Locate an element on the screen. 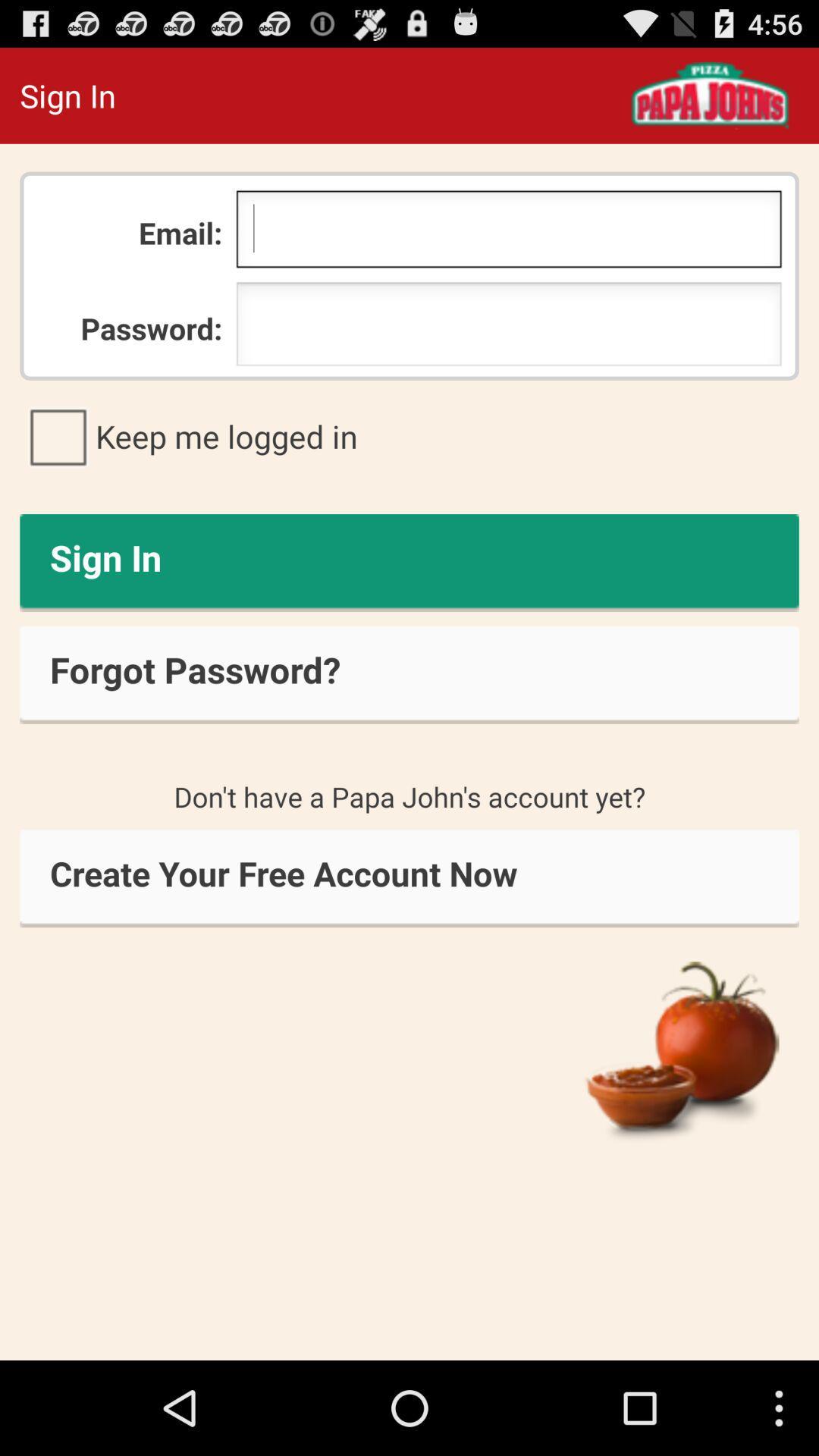 The image size is (819, 1456). icon below sign in is located at coordinates (409, 674).